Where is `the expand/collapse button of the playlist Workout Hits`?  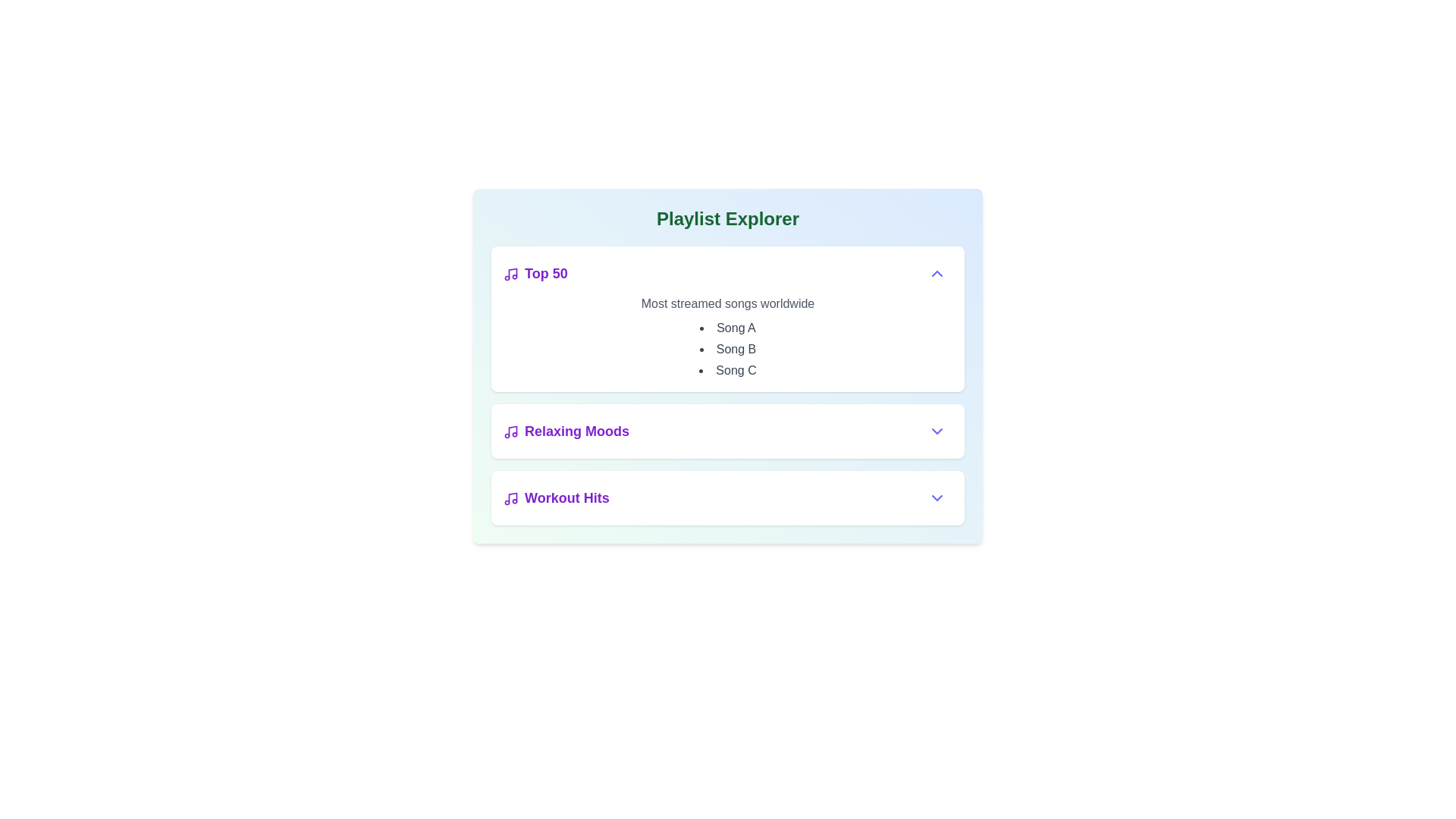
the expand/collapse button of the playlist Workout Hits is located at coordinates (937, 497).